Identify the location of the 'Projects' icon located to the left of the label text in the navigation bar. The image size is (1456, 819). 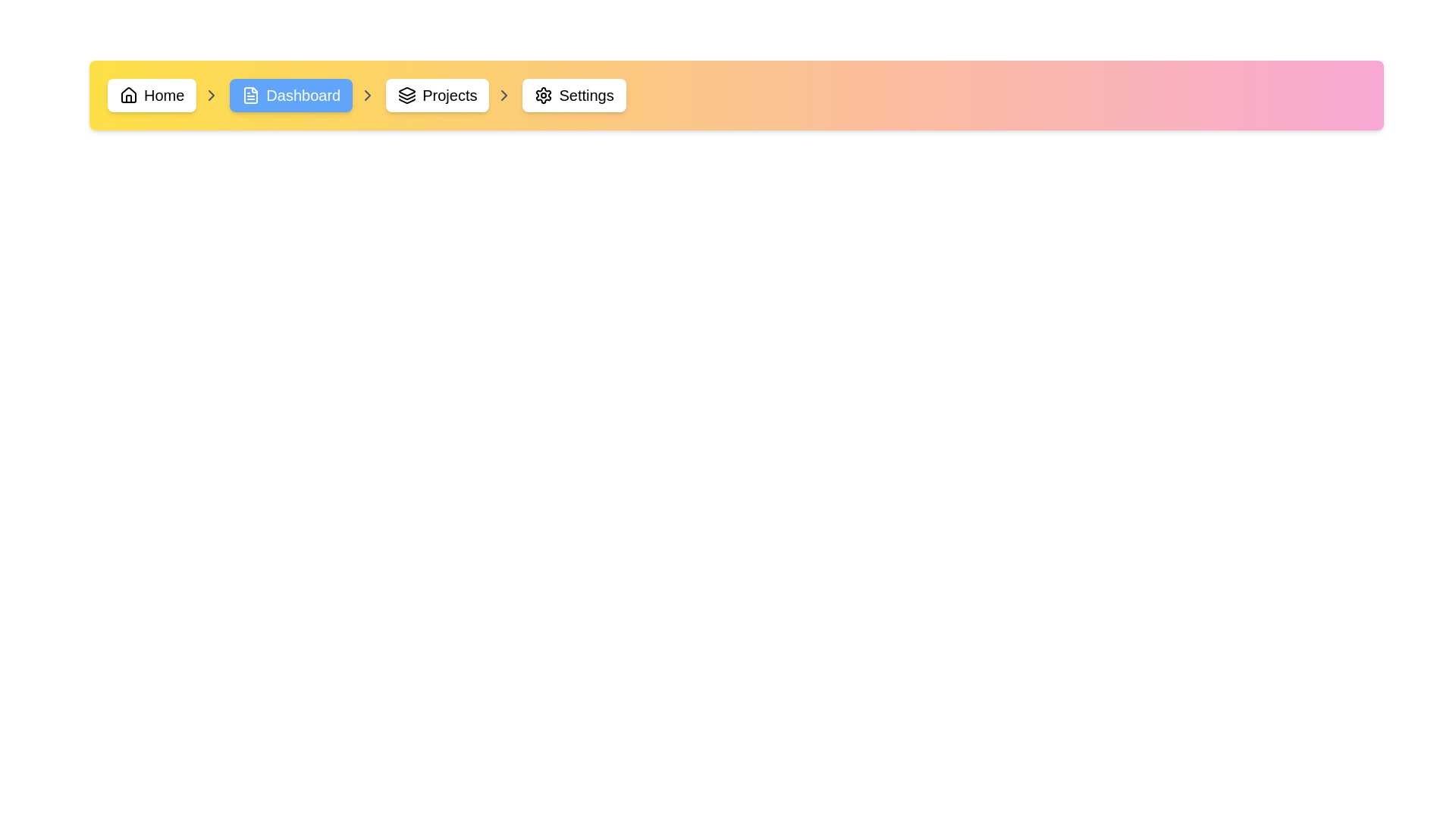
(407, 96).